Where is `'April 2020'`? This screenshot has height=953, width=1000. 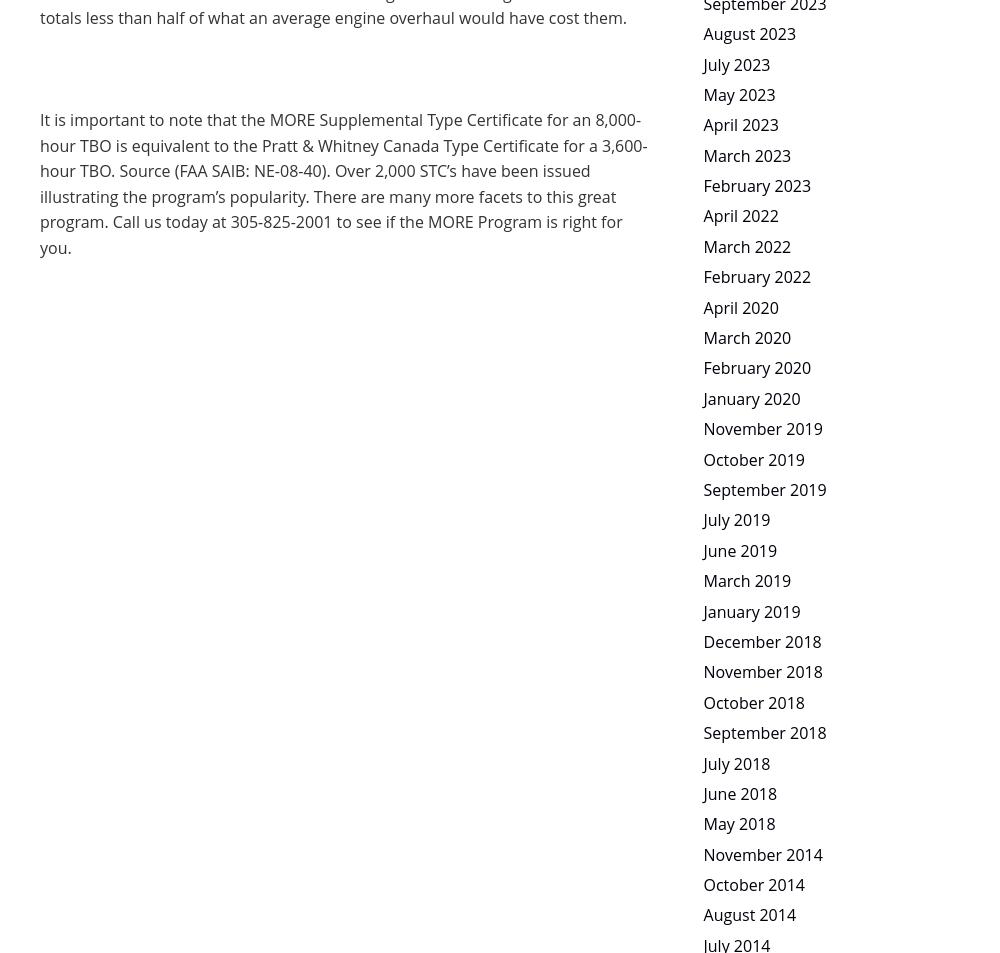 'April 2020' is located at coordinates (702, 305).